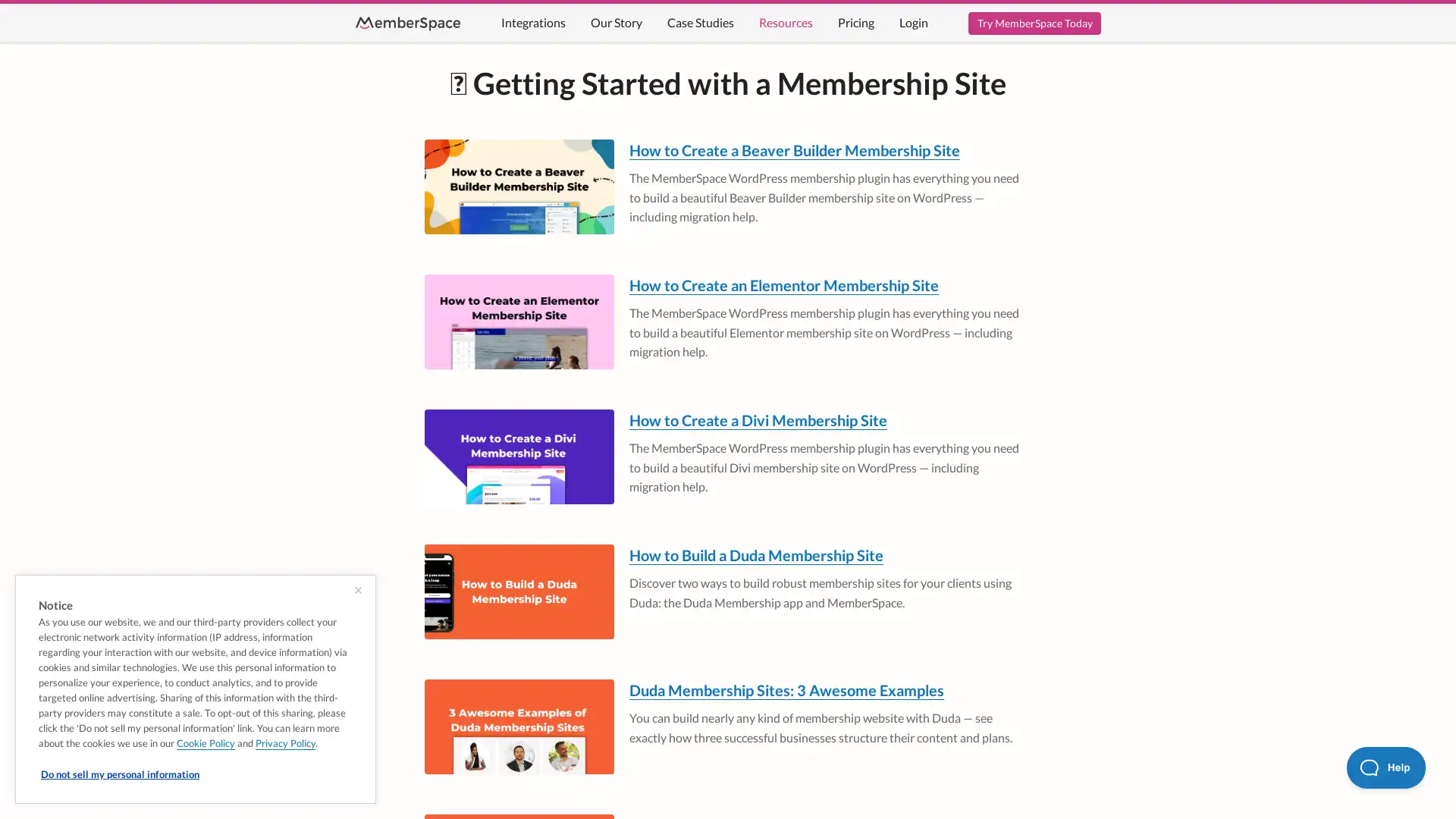 The height and width of the screenshot is (819, 1456). Describe the element at coordinates (357, 590) in the screenshot. I see `consent-close-icon` at that location.